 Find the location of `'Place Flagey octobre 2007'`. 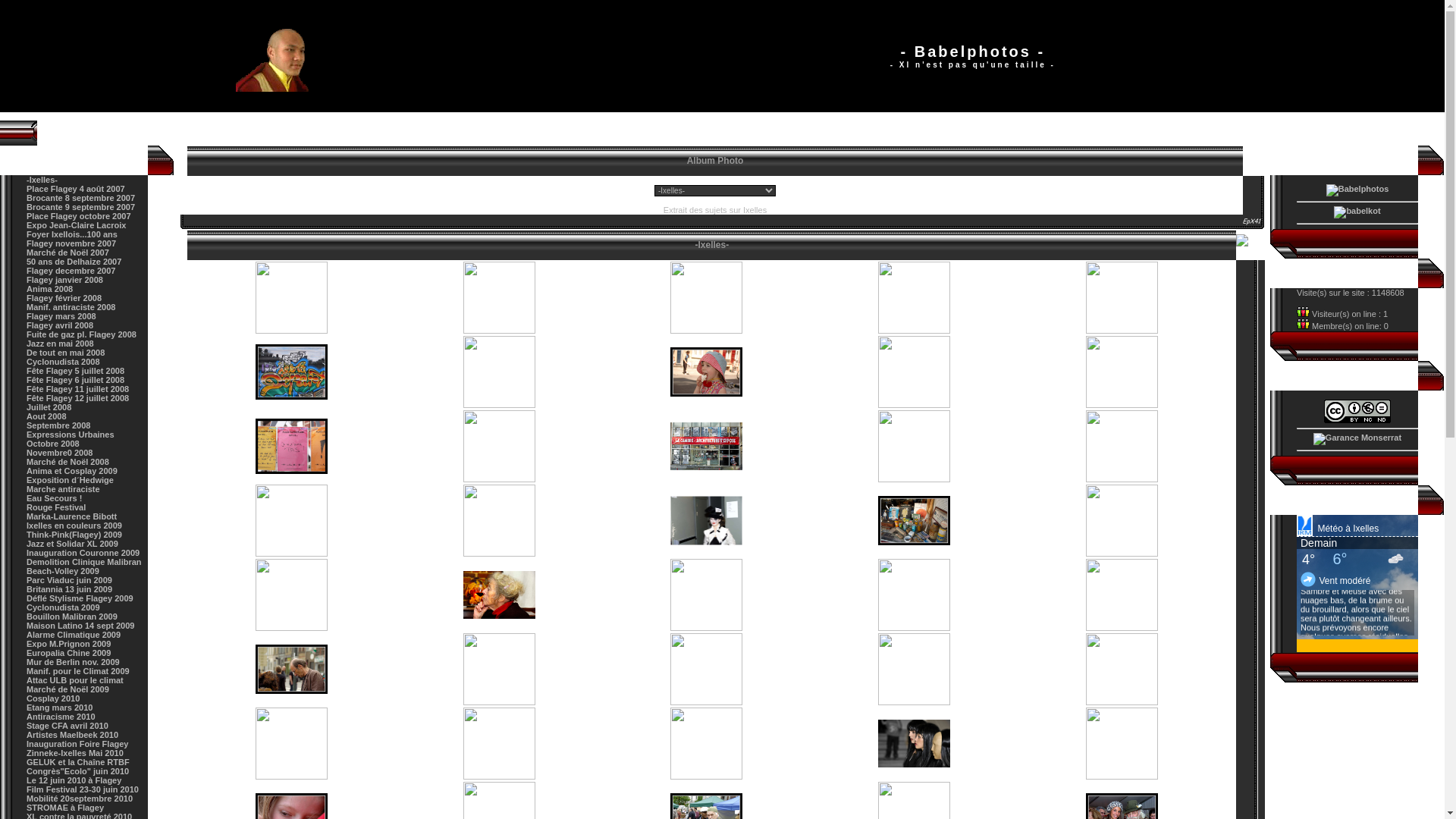

'Place Flagey octobre 2007' is located at coordinates (78, 216).